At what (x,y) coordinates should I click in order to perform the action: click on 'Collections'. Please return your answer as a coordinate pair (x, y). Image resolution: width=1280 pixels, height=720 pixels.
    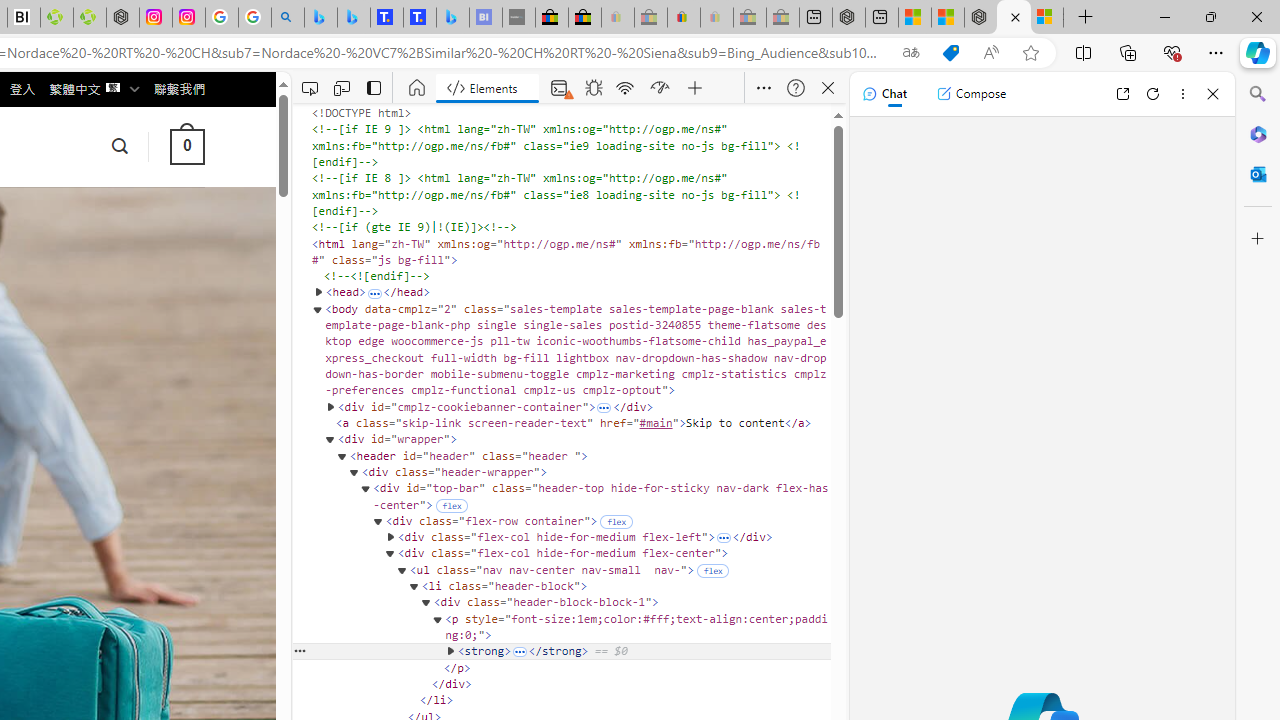
    Looking at the image, I should click on (1128, 51).